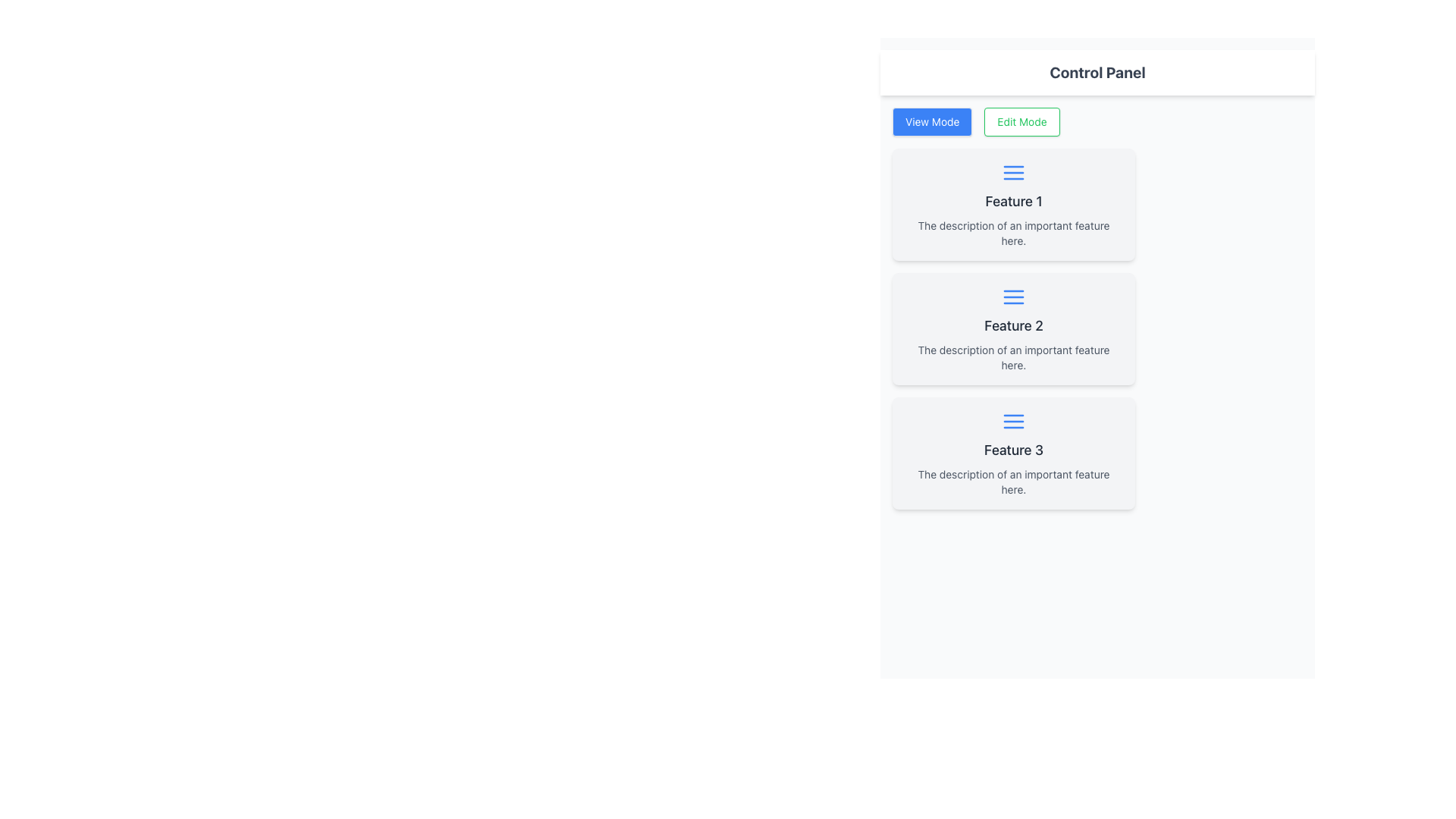  Describe the element at coordinates (931, 121) in the screenshot. I see `the rectangular blue button labeled 'View Mode'` at that location.